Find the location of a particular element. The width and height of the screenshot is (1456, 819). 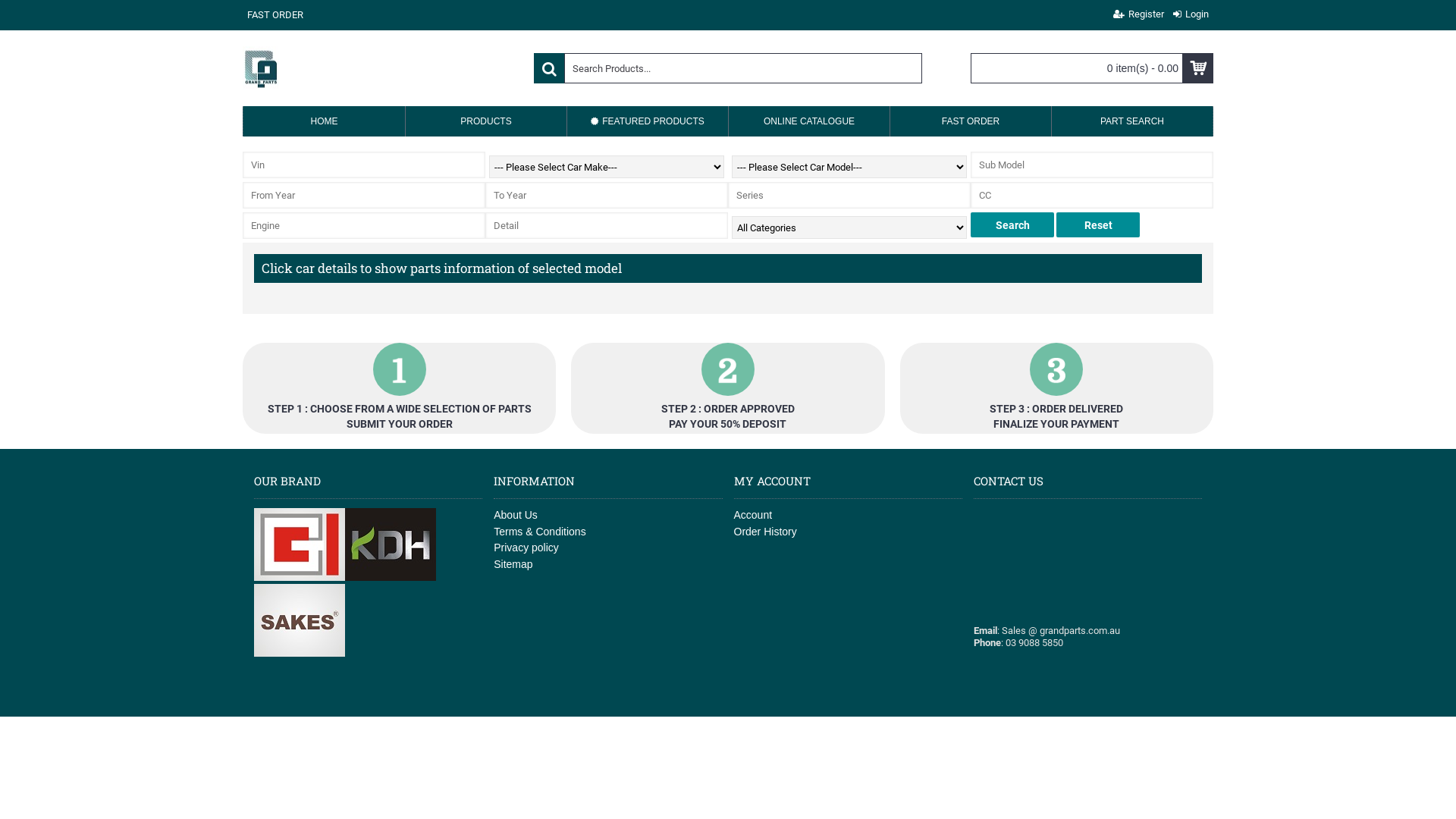

'About Us' is located at coordinates (494, 514).